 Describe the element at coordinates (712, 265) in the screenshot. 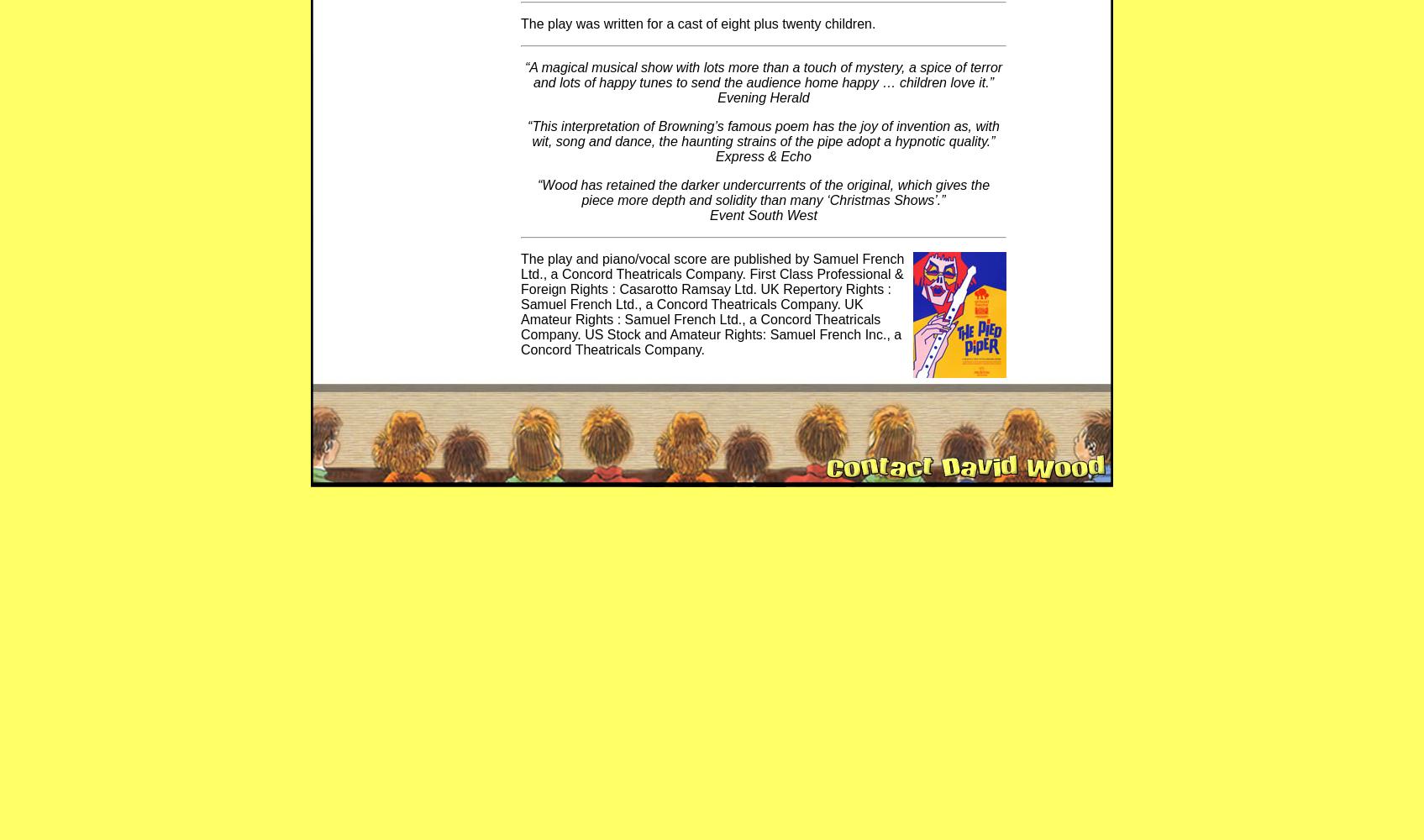

I see `'Samuel French Ltd., a Concord Theatricals Company'` at that location.